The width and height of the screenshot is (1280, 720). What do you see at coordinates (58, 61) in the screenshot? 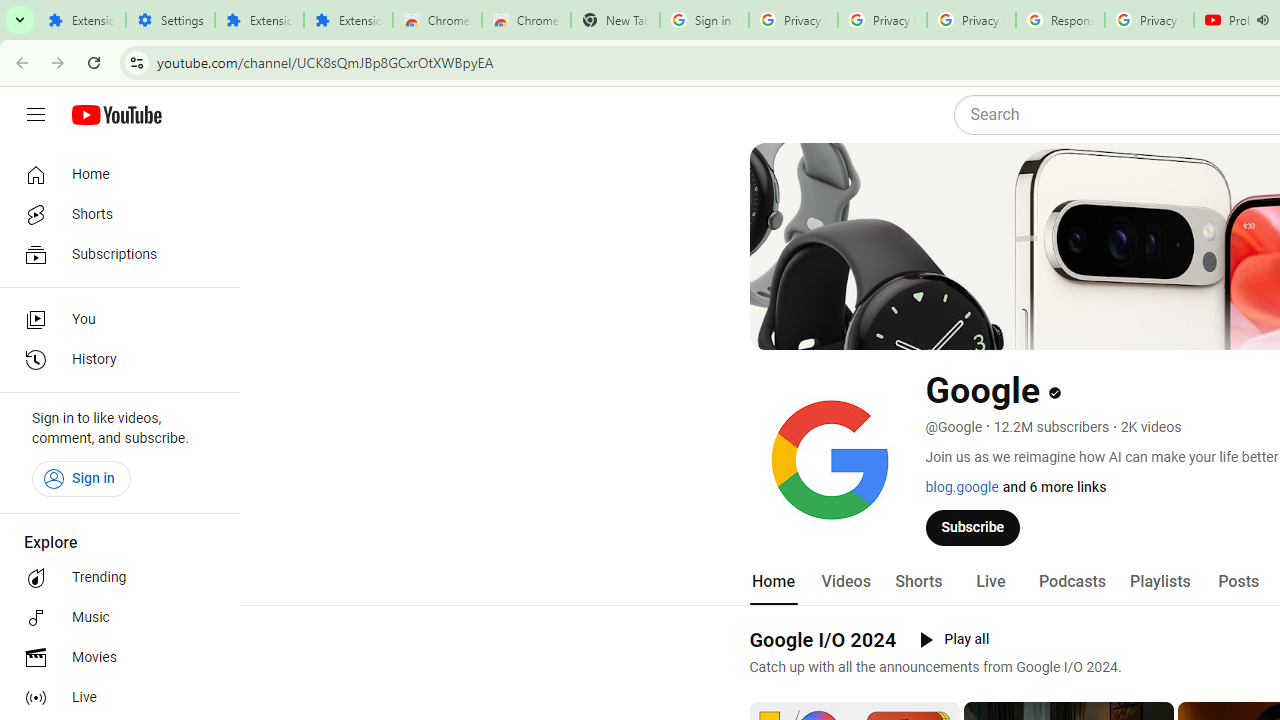
I see `'Forward'` at bounding box center [58, 61].